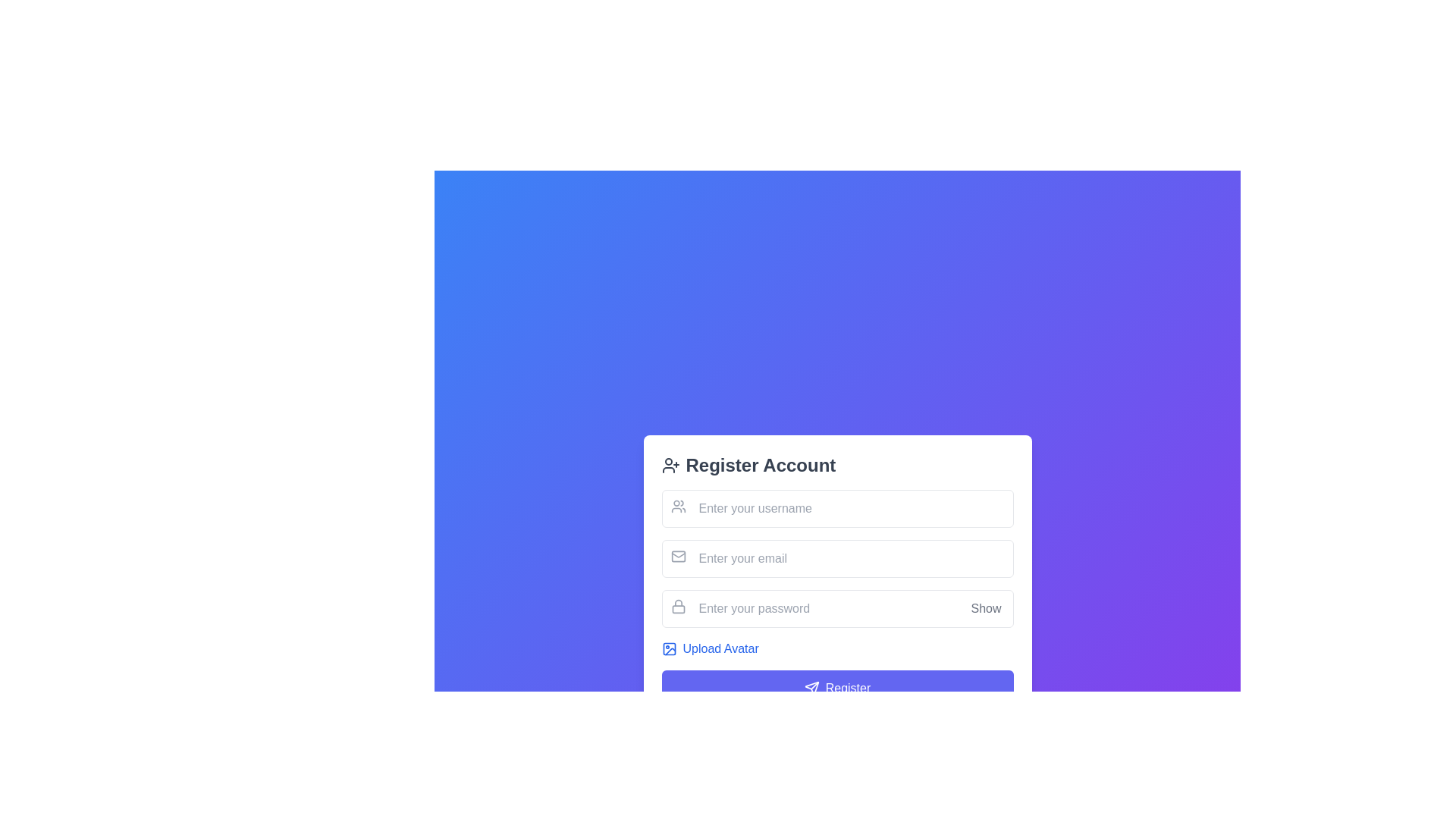  What do you see at coordinates (836, 558) in the screenshot?
I see `the email input field by tabbing through the registration form elements, which is positioned below the username input field and above the password input field` at bounding box center [836, 558].